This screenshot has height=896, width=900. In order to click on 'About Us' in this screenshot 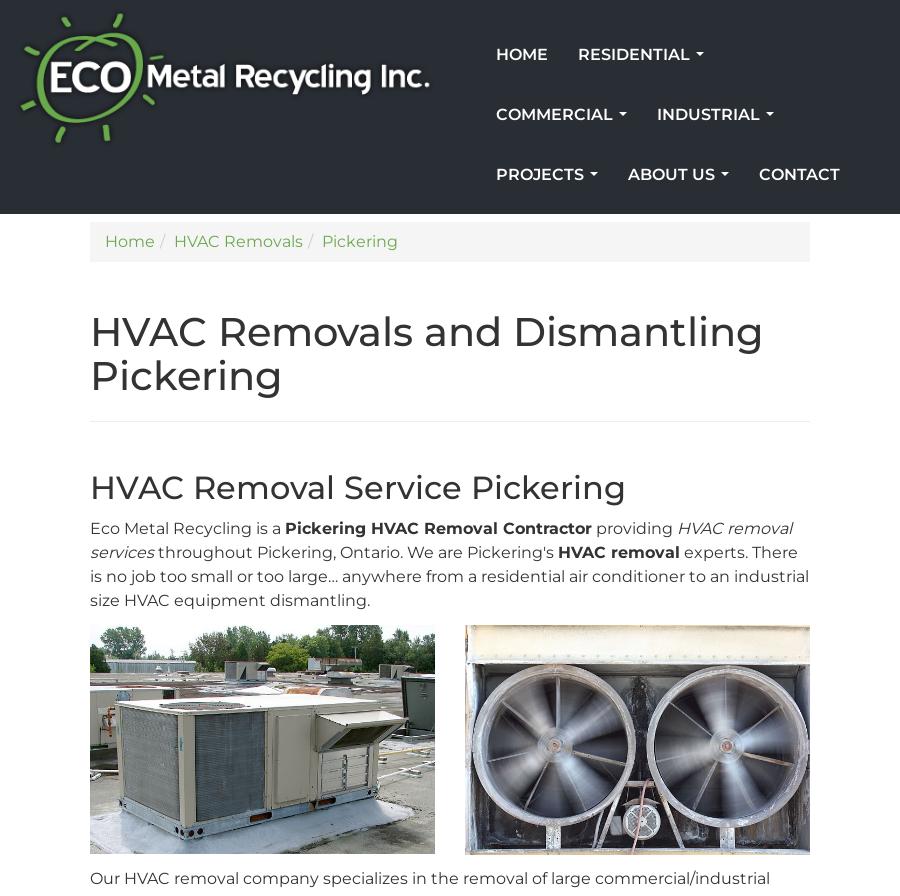, I will do `click(628, 174)`.